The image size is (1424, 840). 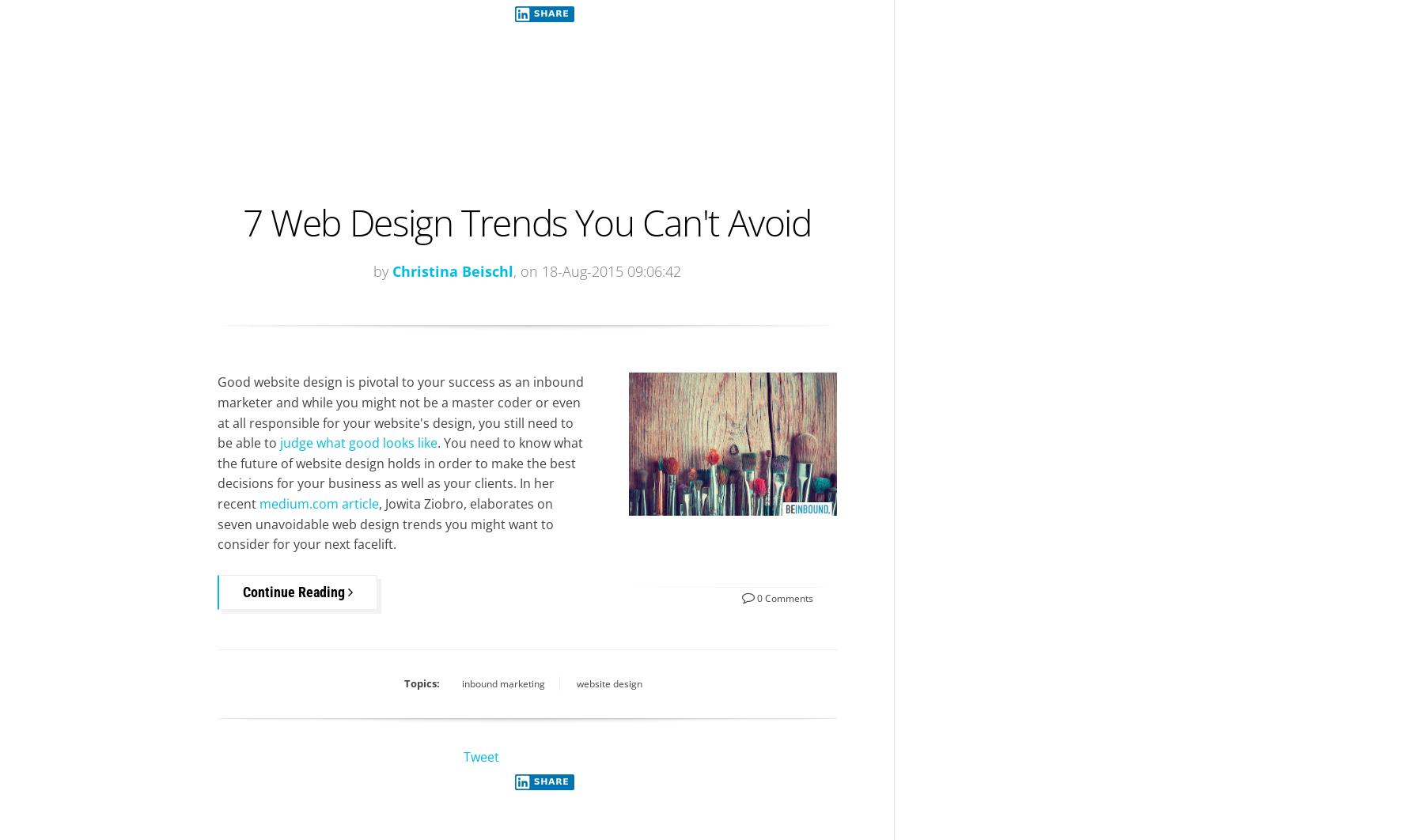 I want to click on ', on 18-Aug-2015 09:06:42', so click(x=596, y=271).